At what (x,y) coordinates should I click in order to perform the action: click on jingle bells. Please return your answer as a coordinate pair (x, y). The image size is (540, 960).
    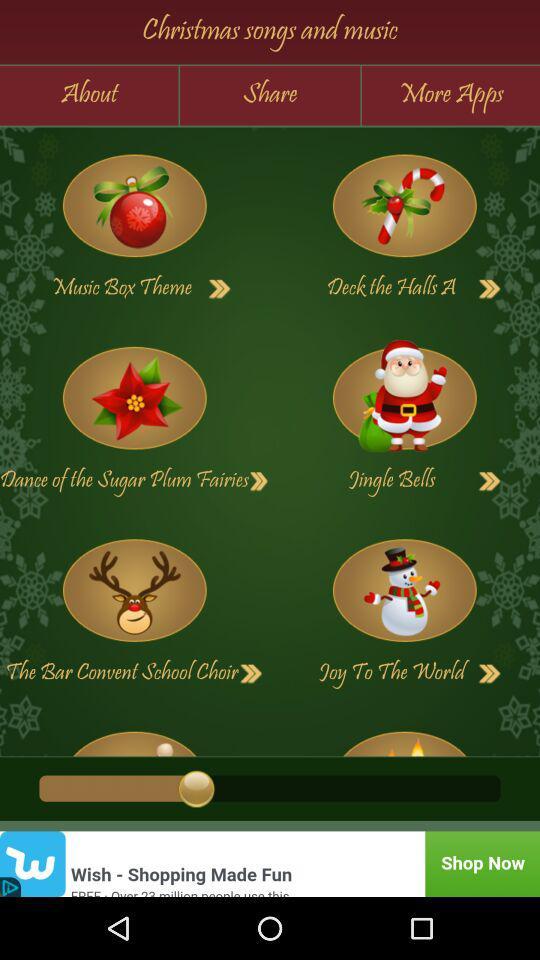
    Looking at the image, I should click on (404, 397).